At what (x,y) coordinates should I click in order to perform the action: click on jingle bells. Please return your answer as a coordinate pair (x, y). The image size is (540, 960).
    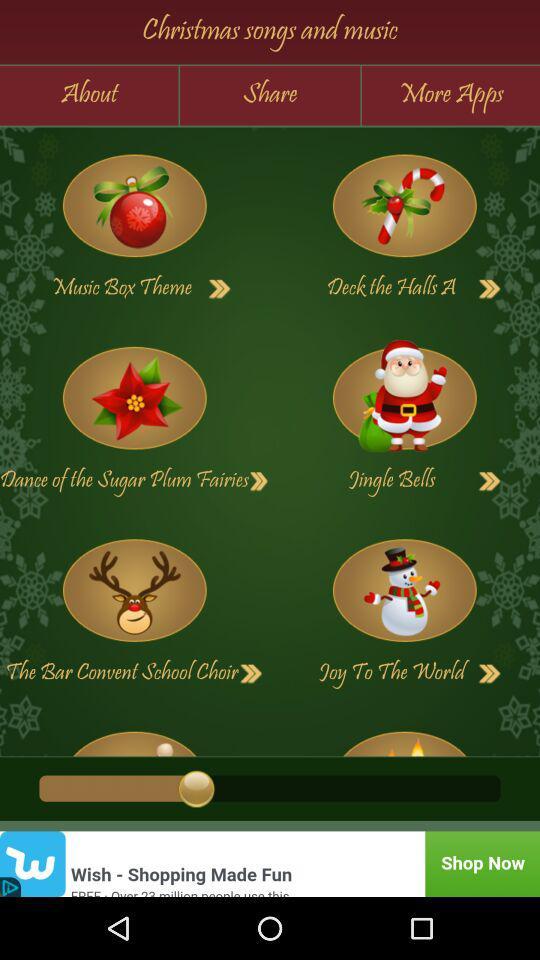
    Looking at the image, I should click on (404, 397).